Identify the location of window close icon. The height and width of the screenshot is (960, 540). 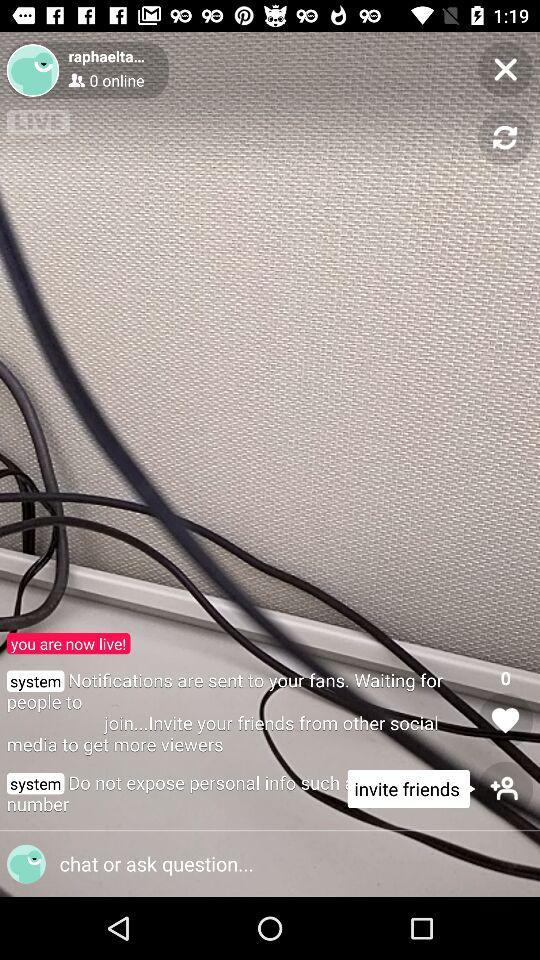
(504, 69).